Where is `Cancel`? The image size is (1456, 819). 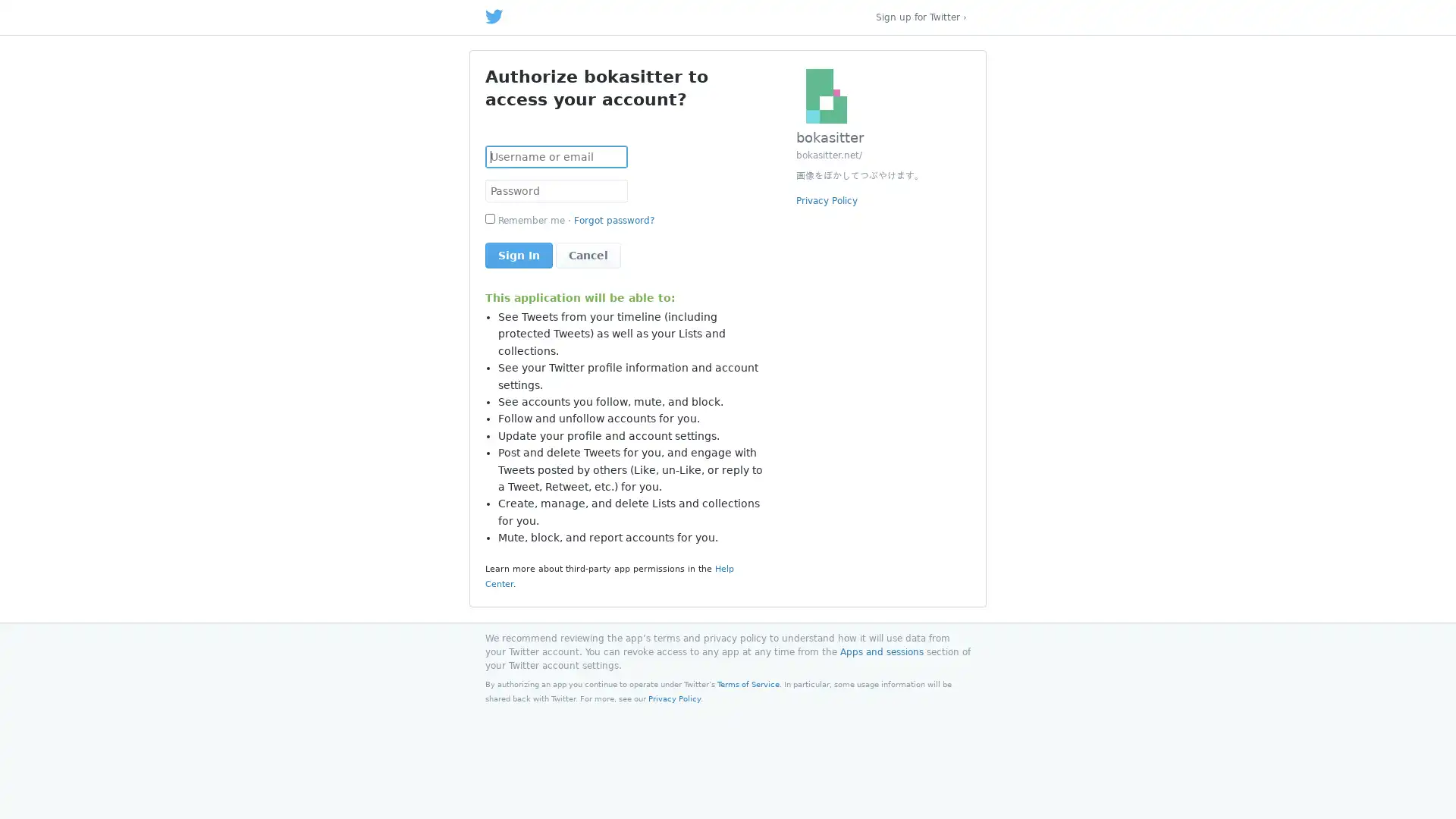 Cancel is located at coordinates (588, 254).